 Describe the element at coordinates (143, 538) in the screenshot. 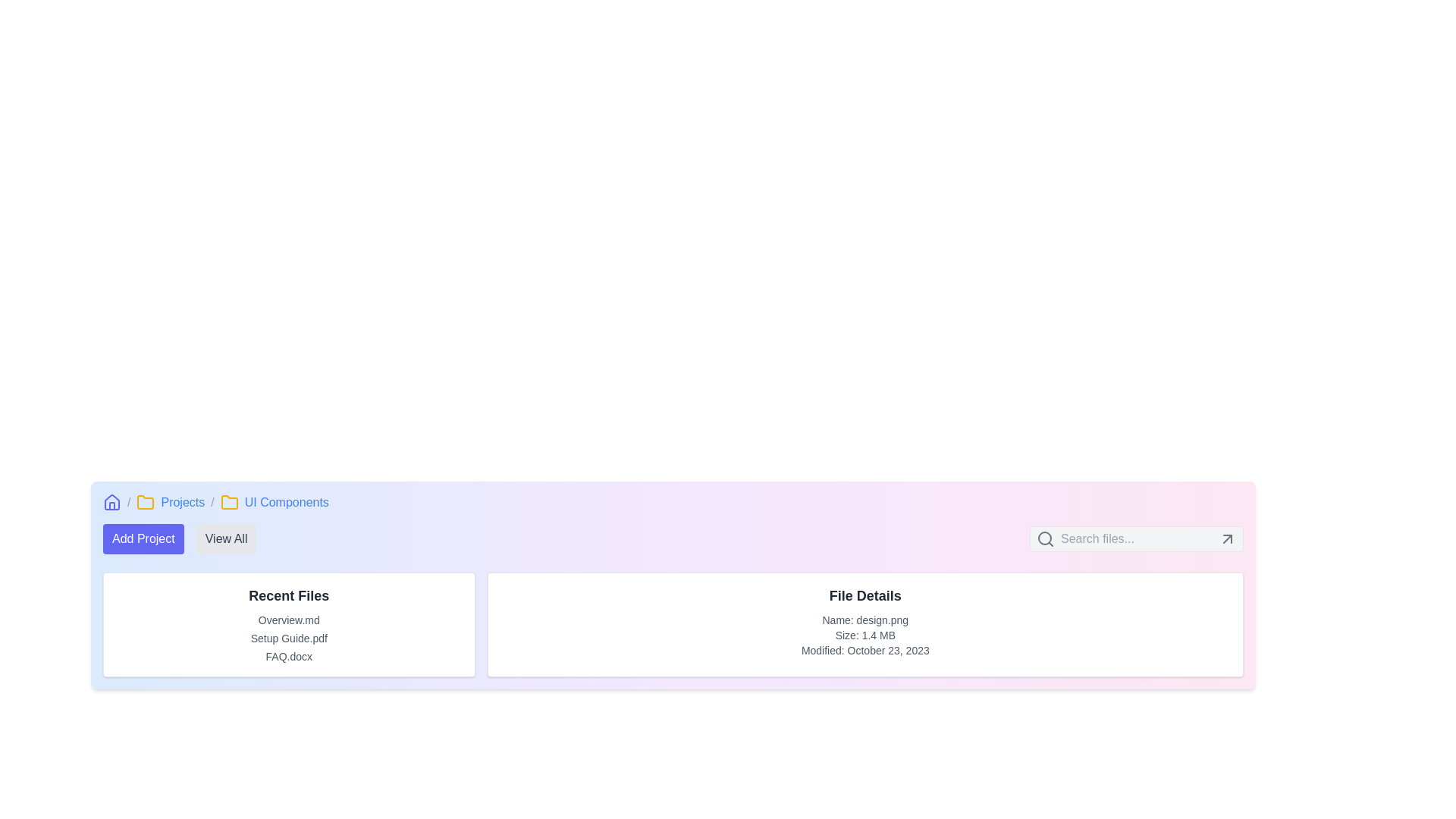

I see `the first button located to the left of the 'View All' button in the top-left region of the section to initiate the action of adding a new project` at that location.